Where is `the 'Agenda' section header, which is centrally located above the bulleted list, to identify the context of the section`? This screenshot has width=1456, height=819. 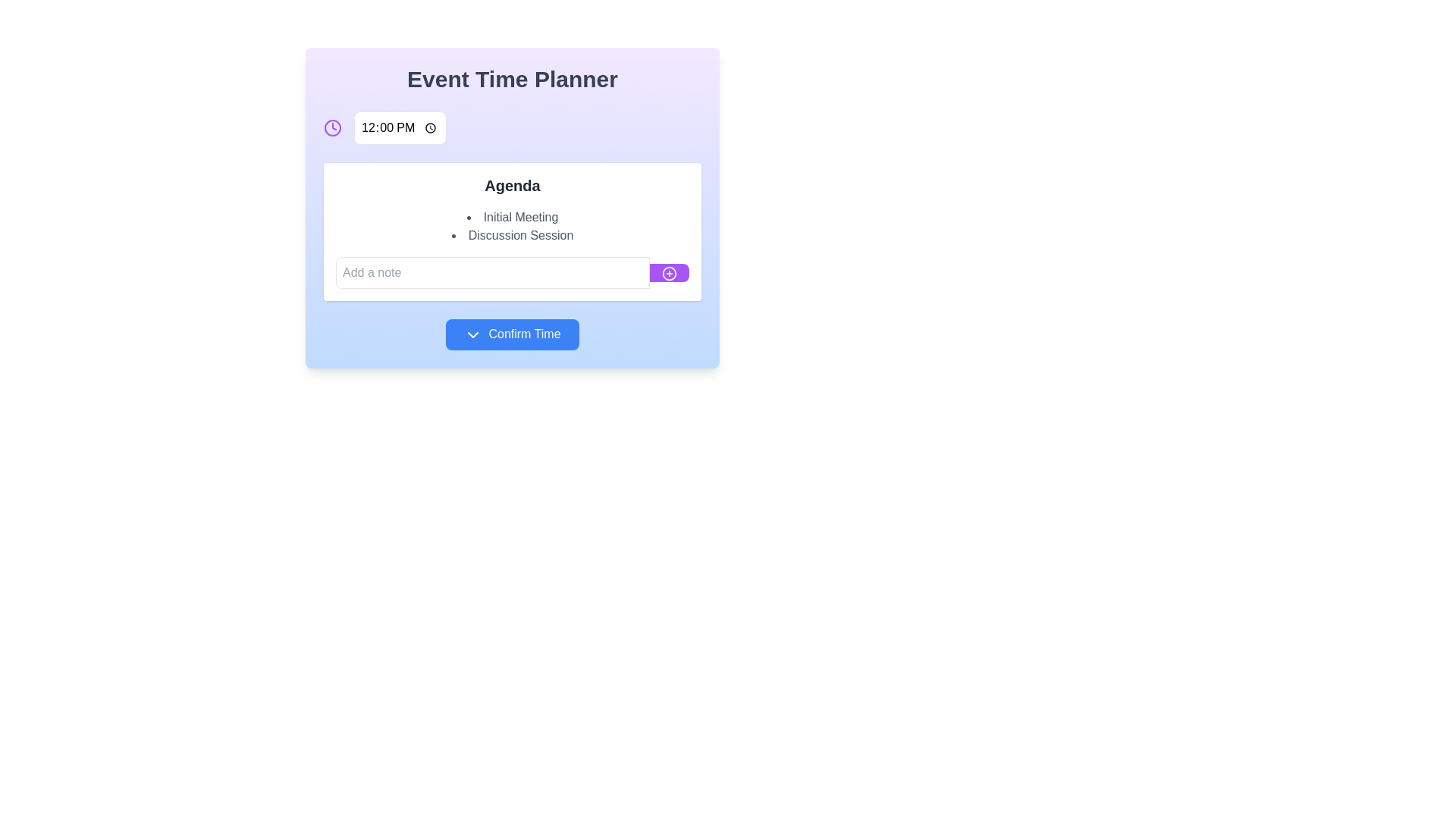 the 'Agenda' section header, which is centrally located above the bulleted list, to identify the context of the section is located at coordinates (513, 185).